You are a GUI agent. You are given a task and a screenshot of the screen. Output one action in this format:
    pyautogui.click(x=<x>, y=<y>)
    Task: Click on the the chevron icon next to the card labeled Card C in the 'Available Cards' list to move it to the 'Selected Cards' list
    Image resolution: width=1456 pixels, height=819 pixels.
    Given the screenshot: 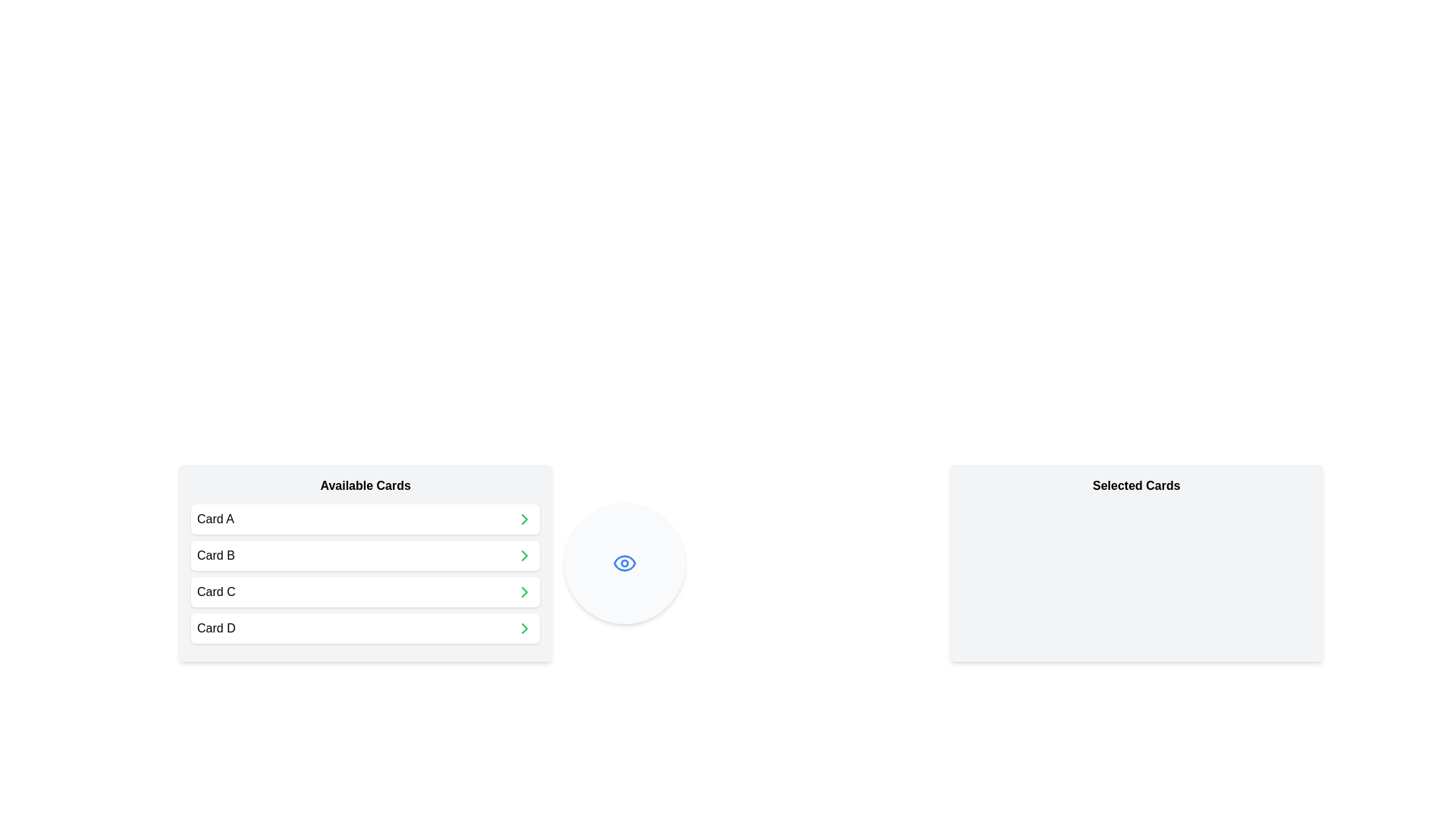 What is the action you would take?
    pyautogui.click(x=525, y=591)
    